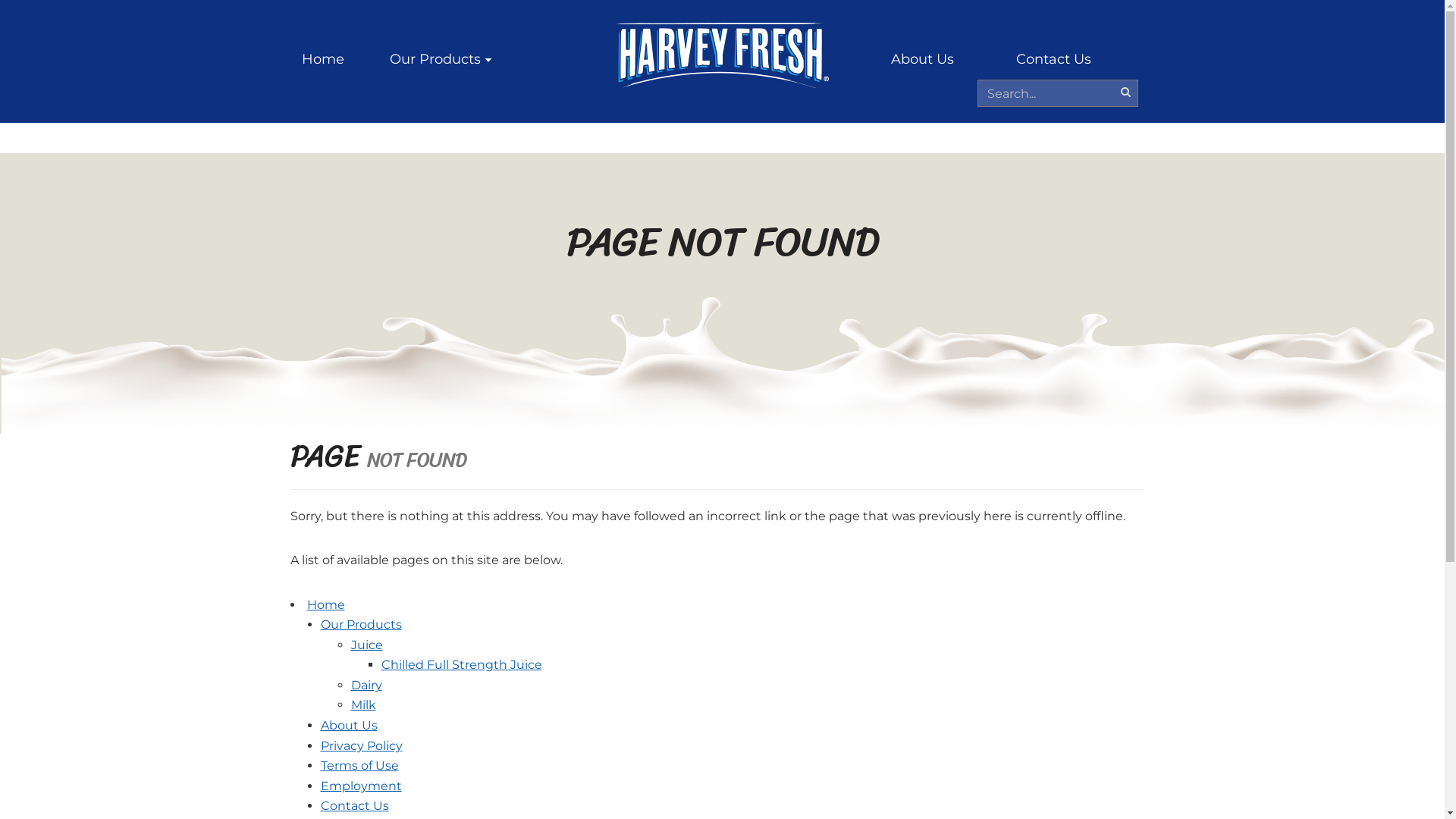 Image resolution: width=1456 pixels, height=819 pixels. What do you see at coordinates (347, 724) in the screenshot?
I see `'About Us'` at bounding box center [347, 724].